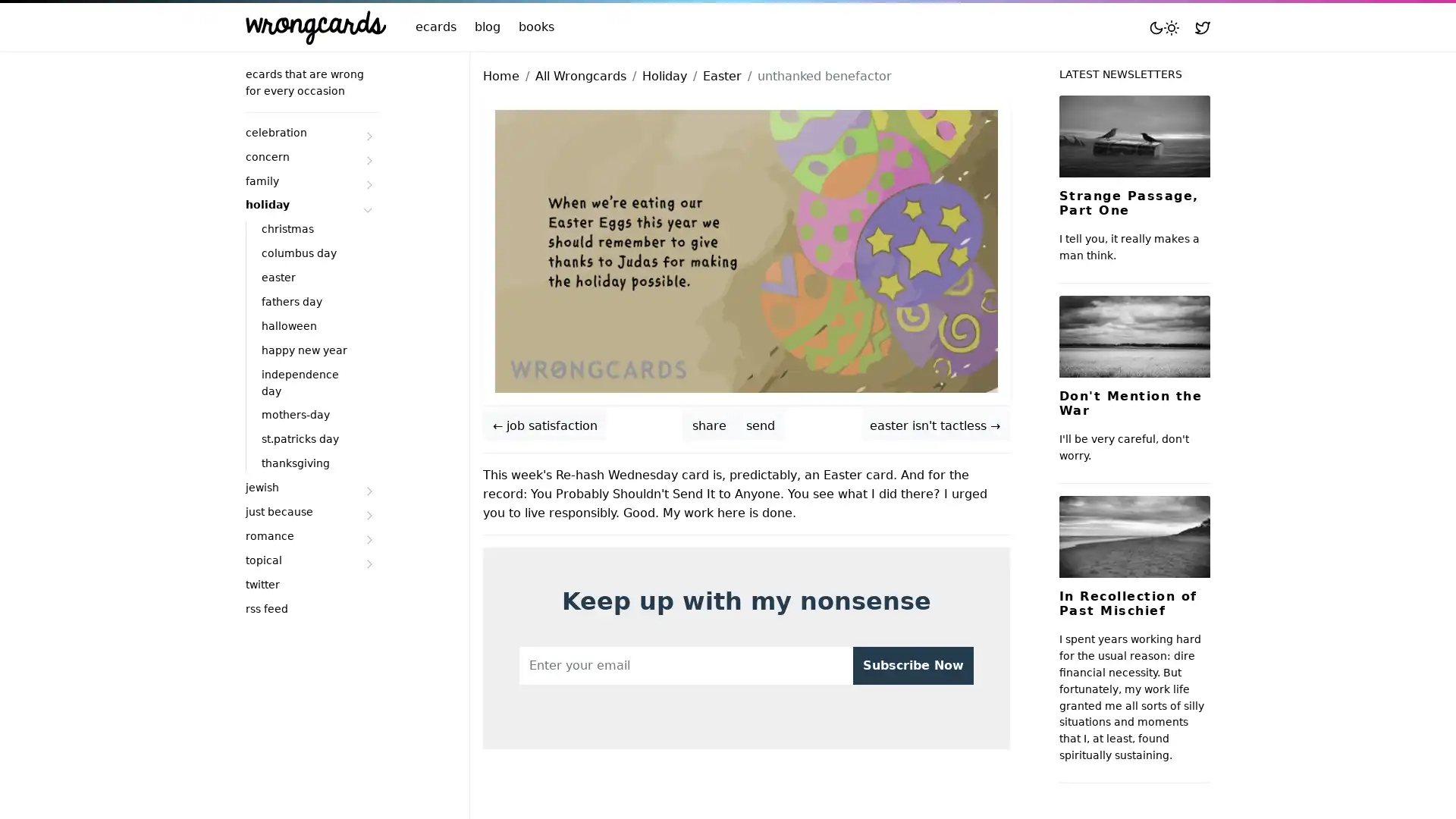  I want to click on Submenu, so click(367, 538).